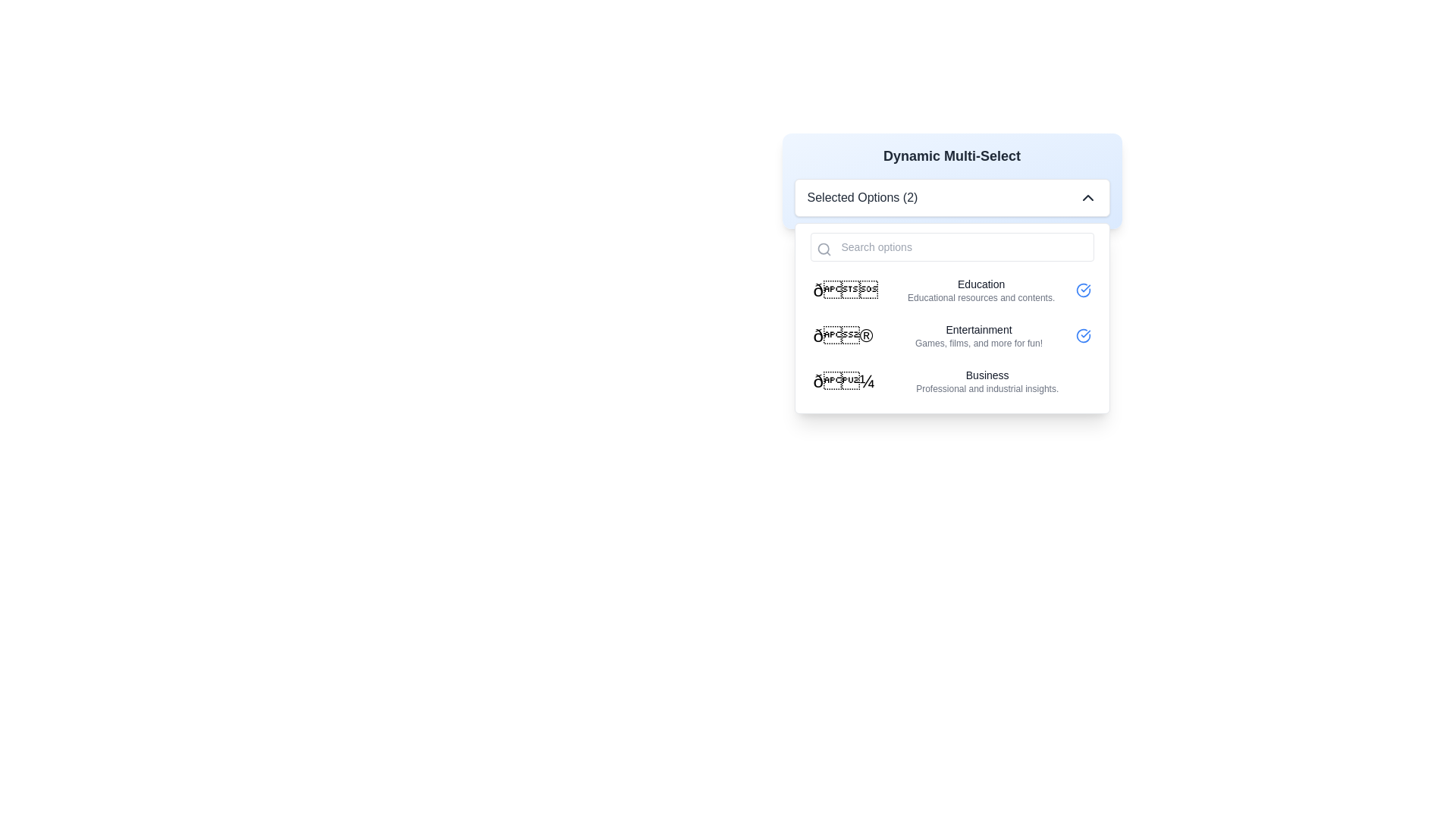  I want to click on the circular part of the magnifying glass icon located at the top-left of the 'Dynamic Multi-Select' dropdown panel, so click(822, 248).